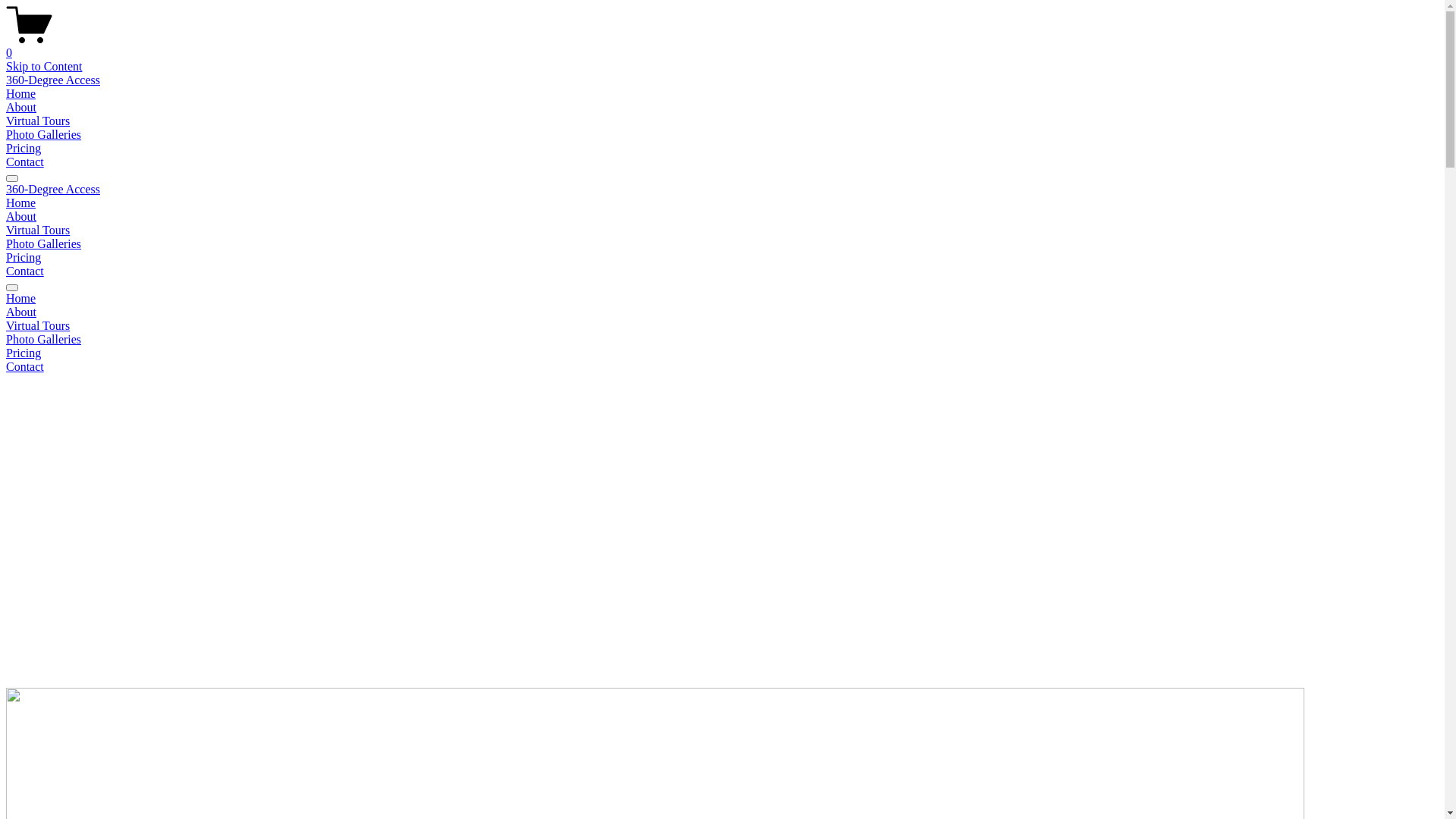 The height and width of the screenshot is (819, 1456). Describe the element at coordinates (21, 216) in the screenshot. I see `'About'` at that location.